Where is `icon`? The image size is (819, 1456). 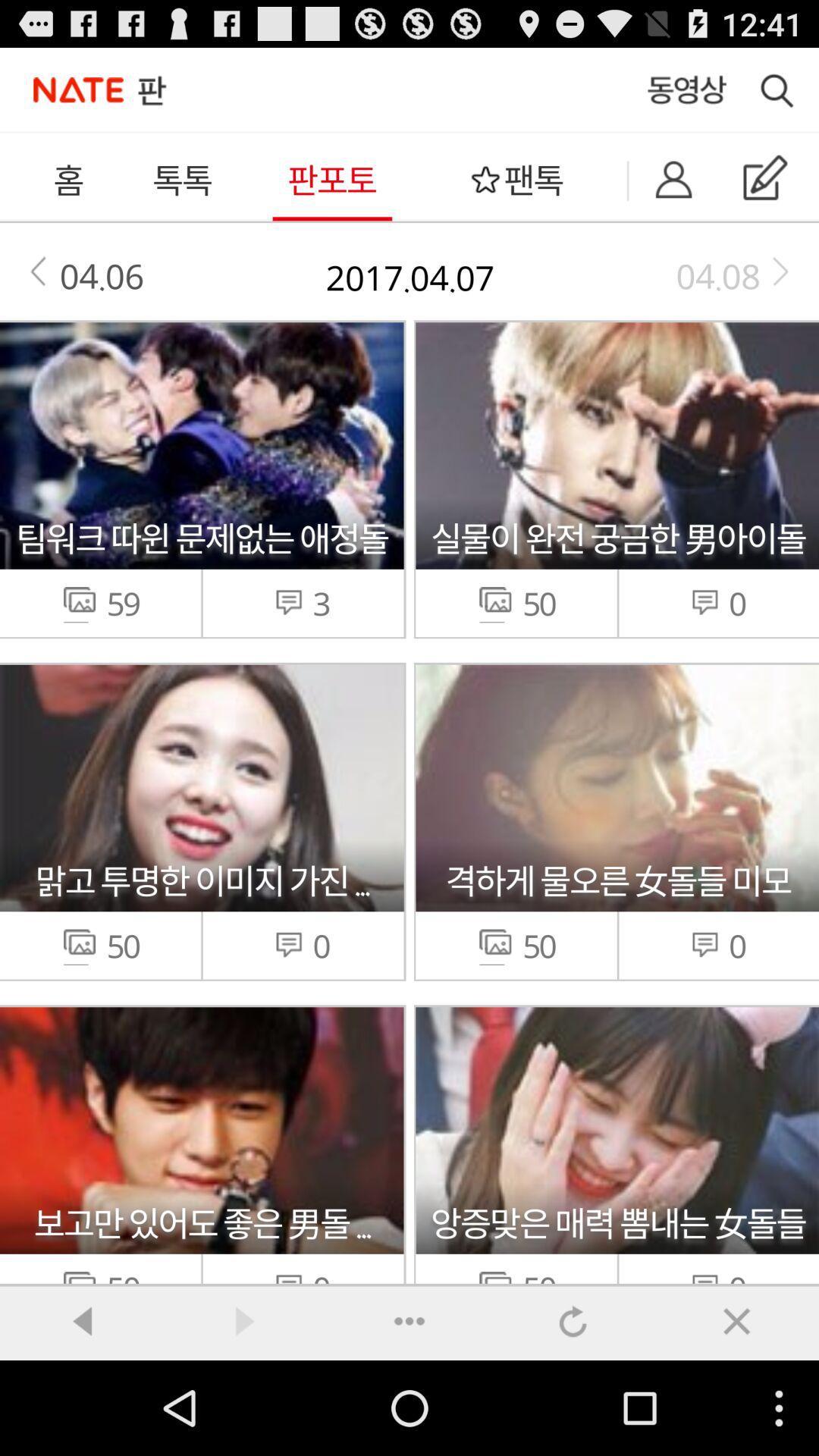 icon is located at coordinates (409, 1320).